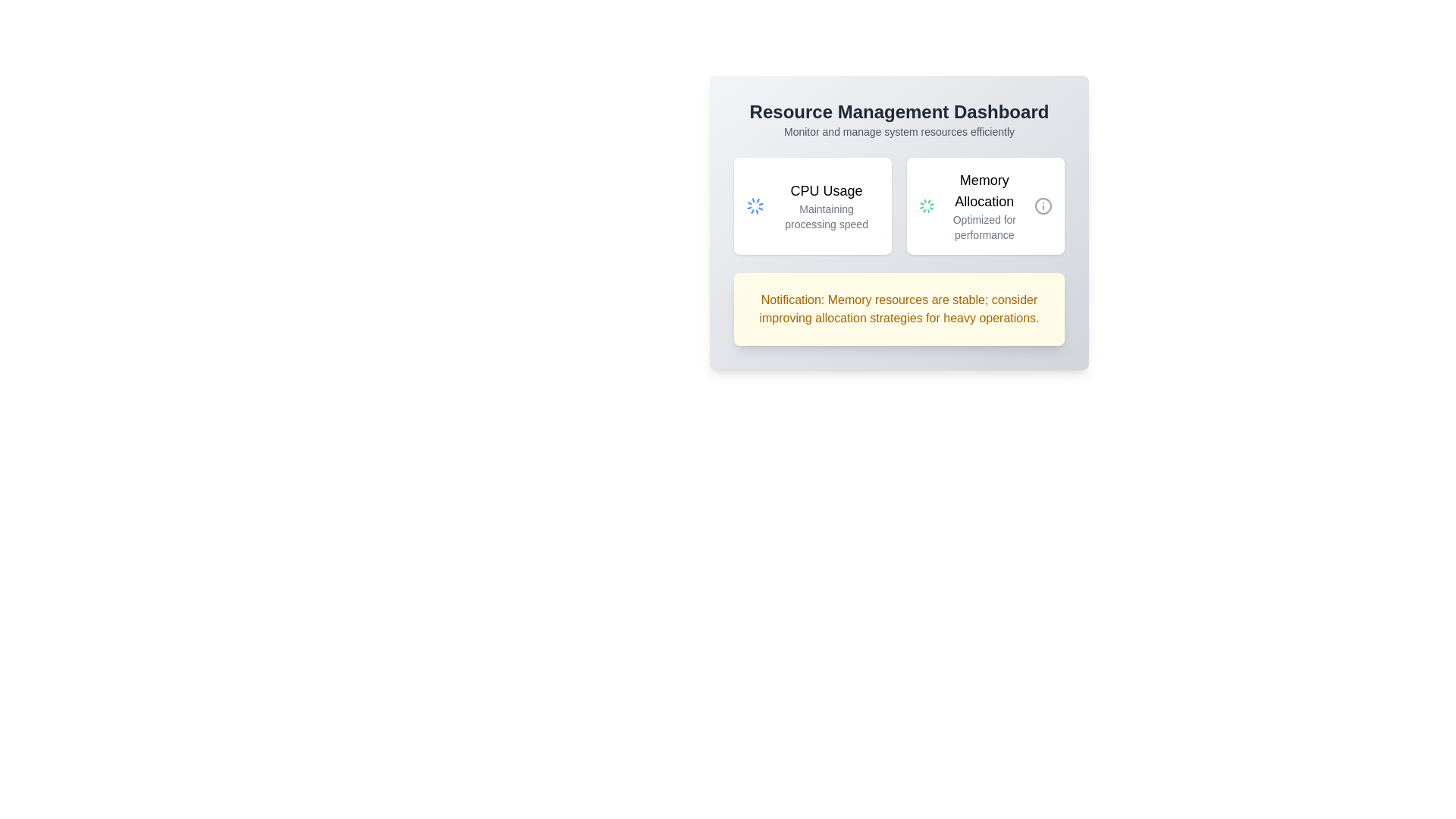 The width and height of the screenshot is (1456, 819). I want to click on the second text label providing context for the 'CPU Usage' heading, located within the white card in the top-left quadrant of the interface, so click(825, 216).